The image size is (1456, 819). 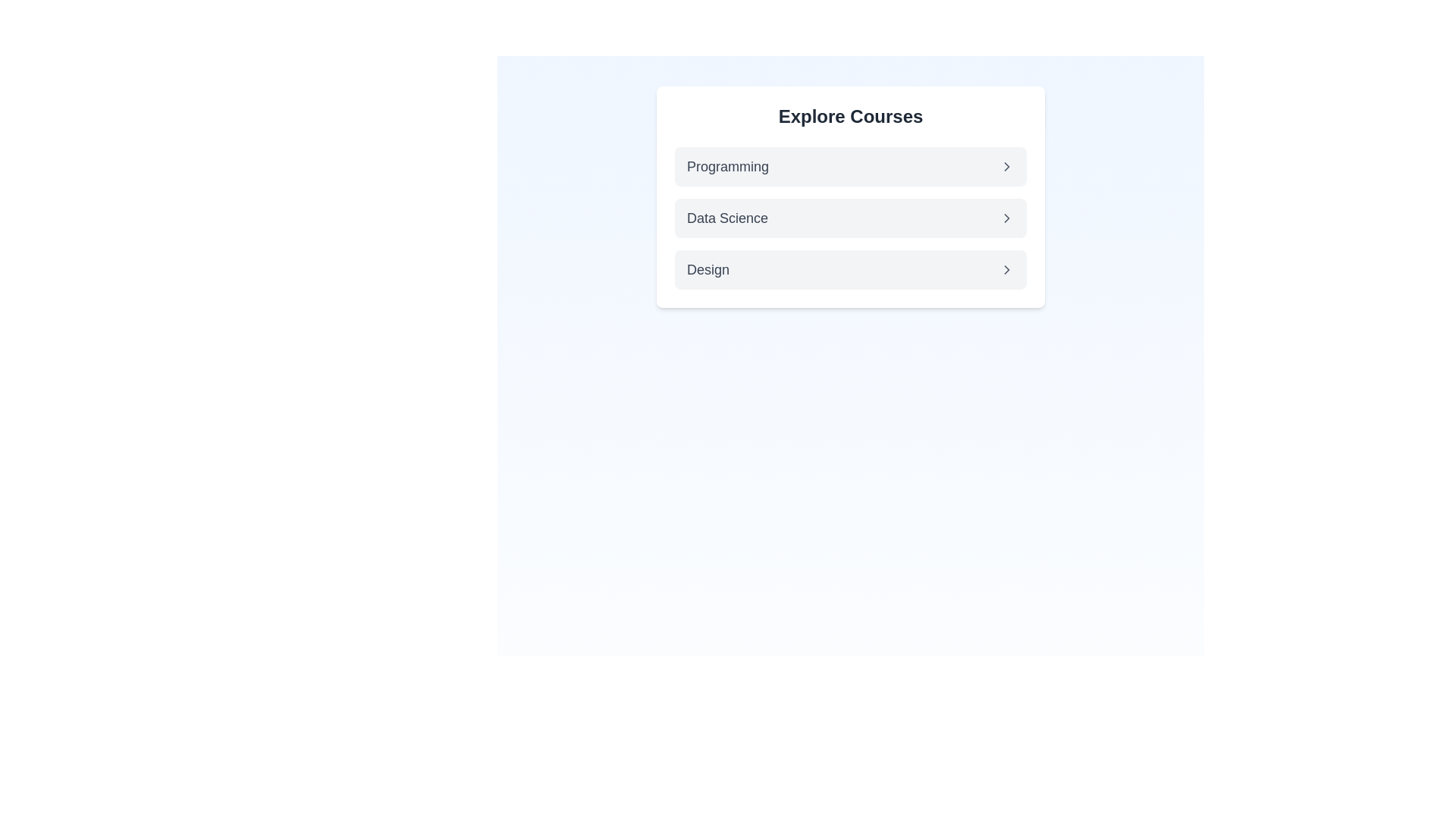 I want to click on the navigation panel containing categories like 'Programming,' 'Data Science,' and 'Design' located near the top of the viewport, so click(x=851, y=196).